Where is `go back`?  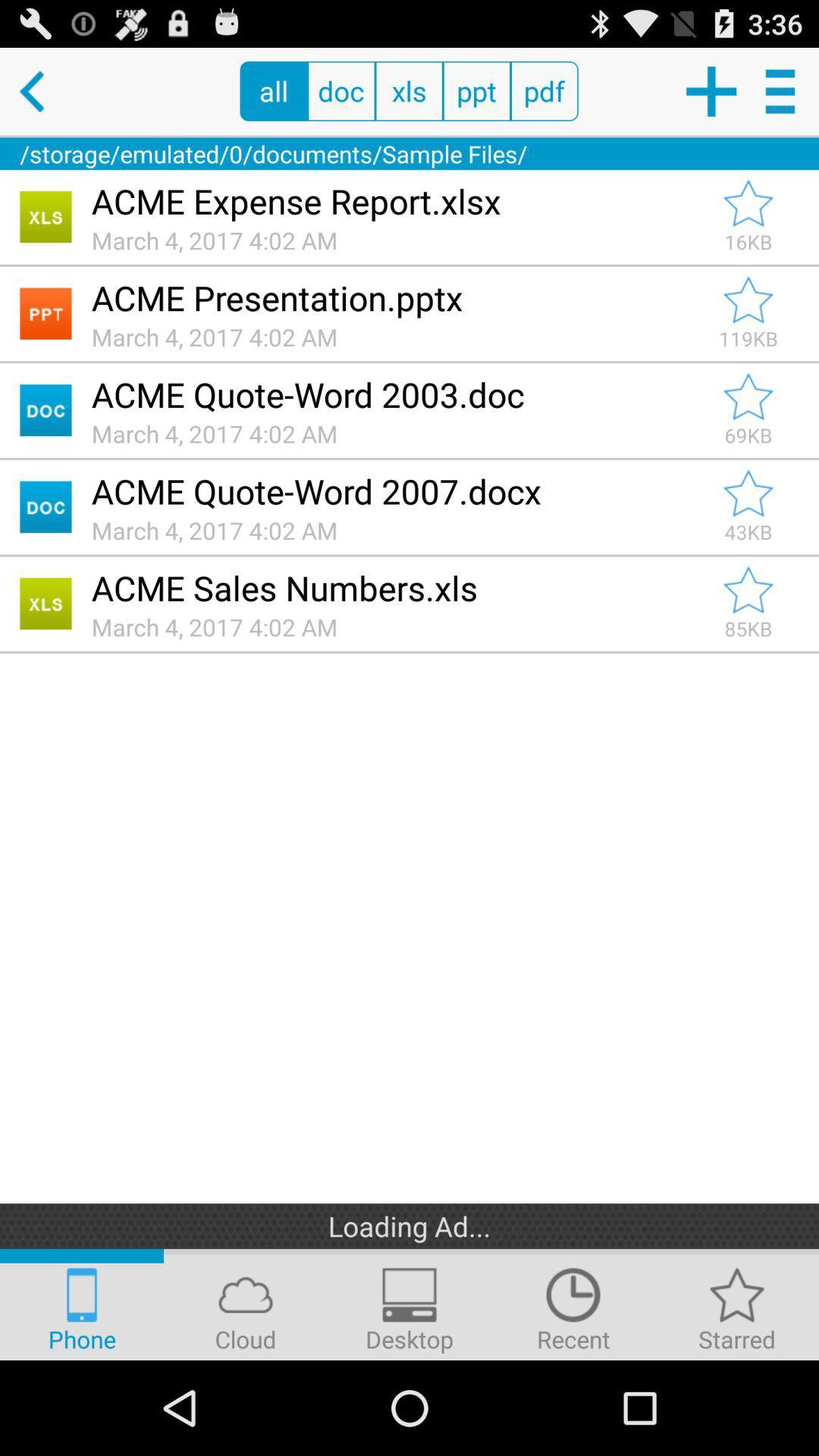
go back is located at coordinates (42, 90).